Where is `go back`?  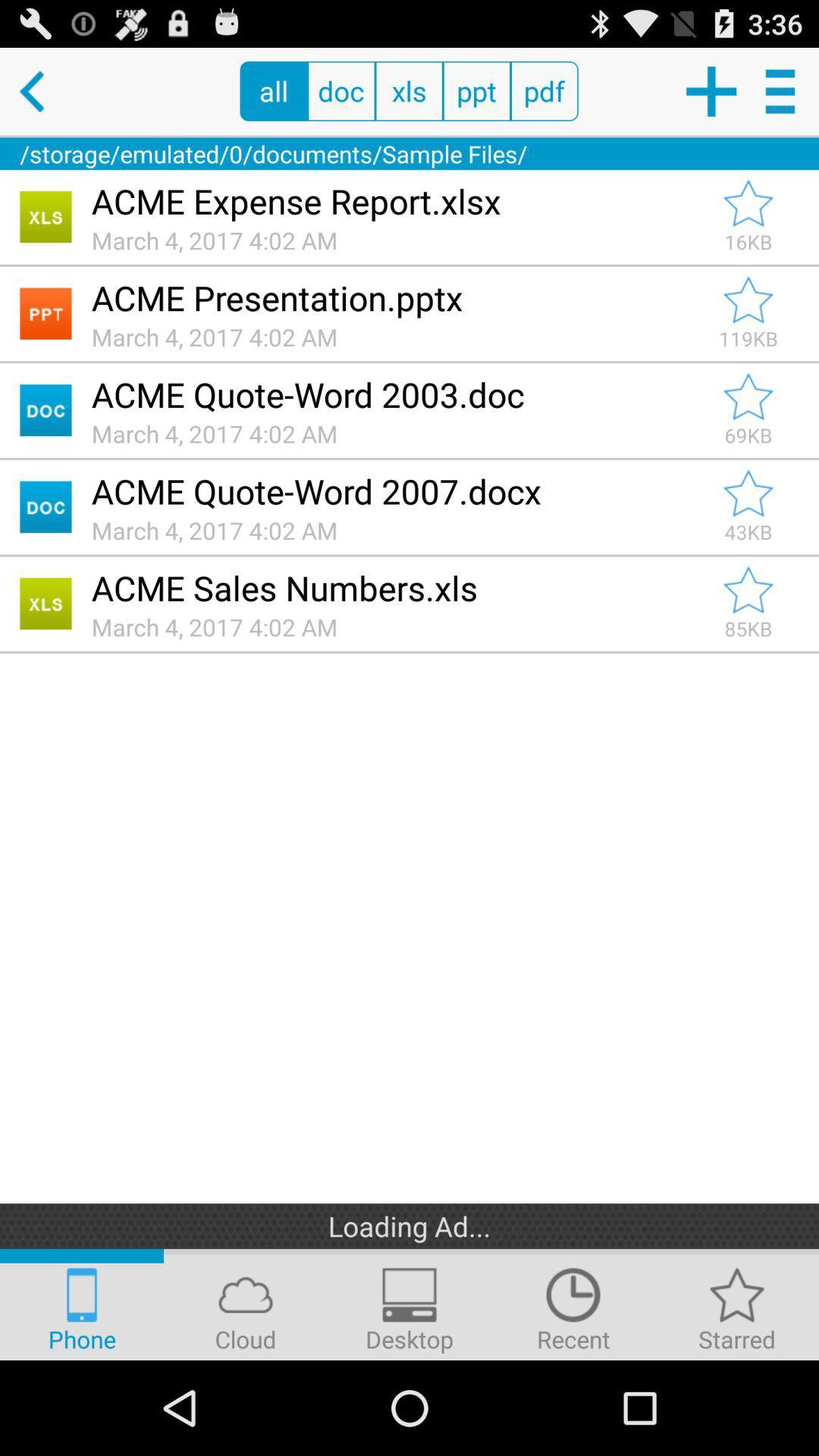
go back is located at coordinates (42, 90).